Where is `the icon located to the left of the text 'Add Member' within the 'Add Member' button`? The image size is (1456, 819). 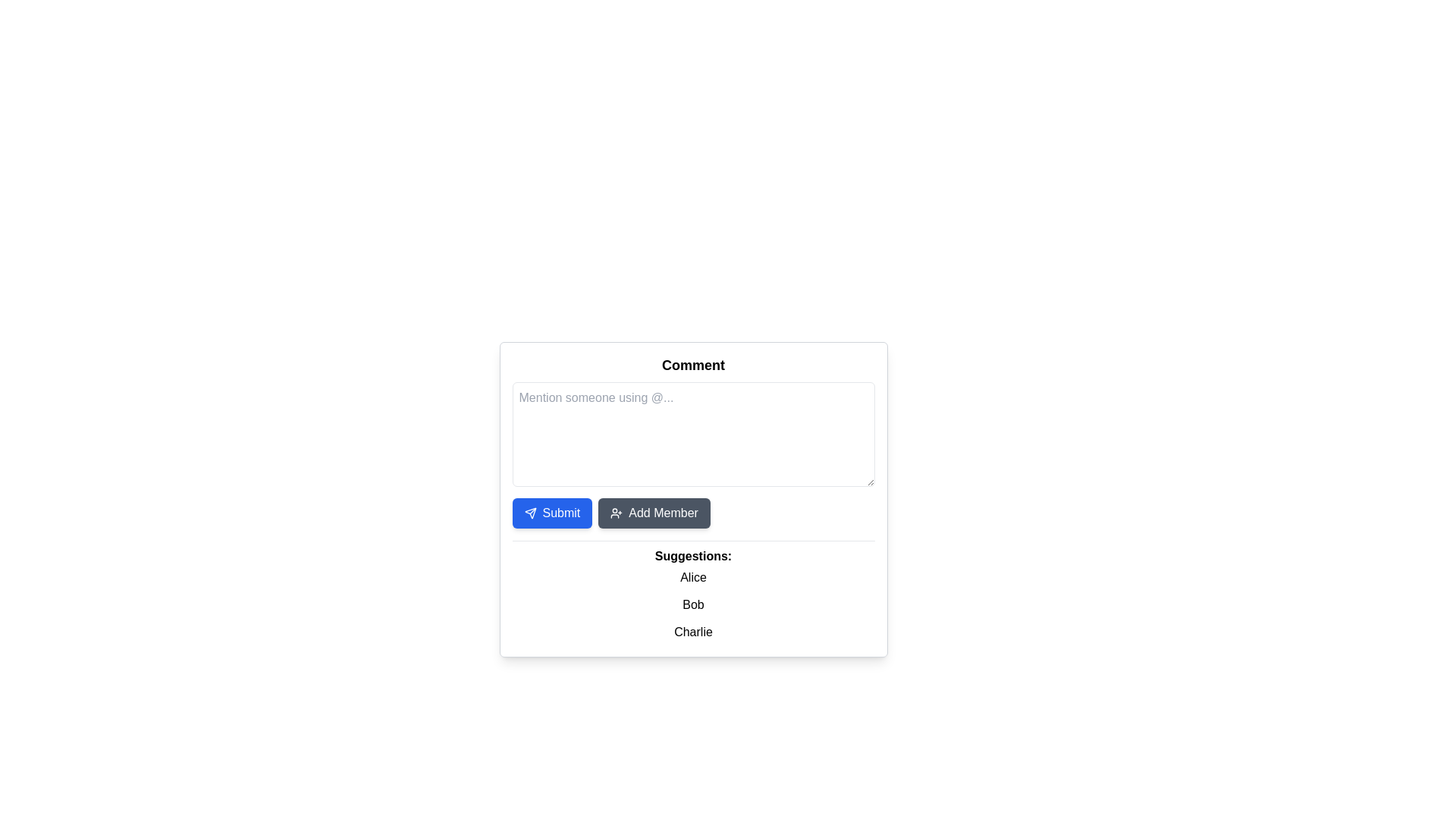 the icon located to the left of the text 'Add Member' within the 'Add Member' button is located at coordinates (617, 513).